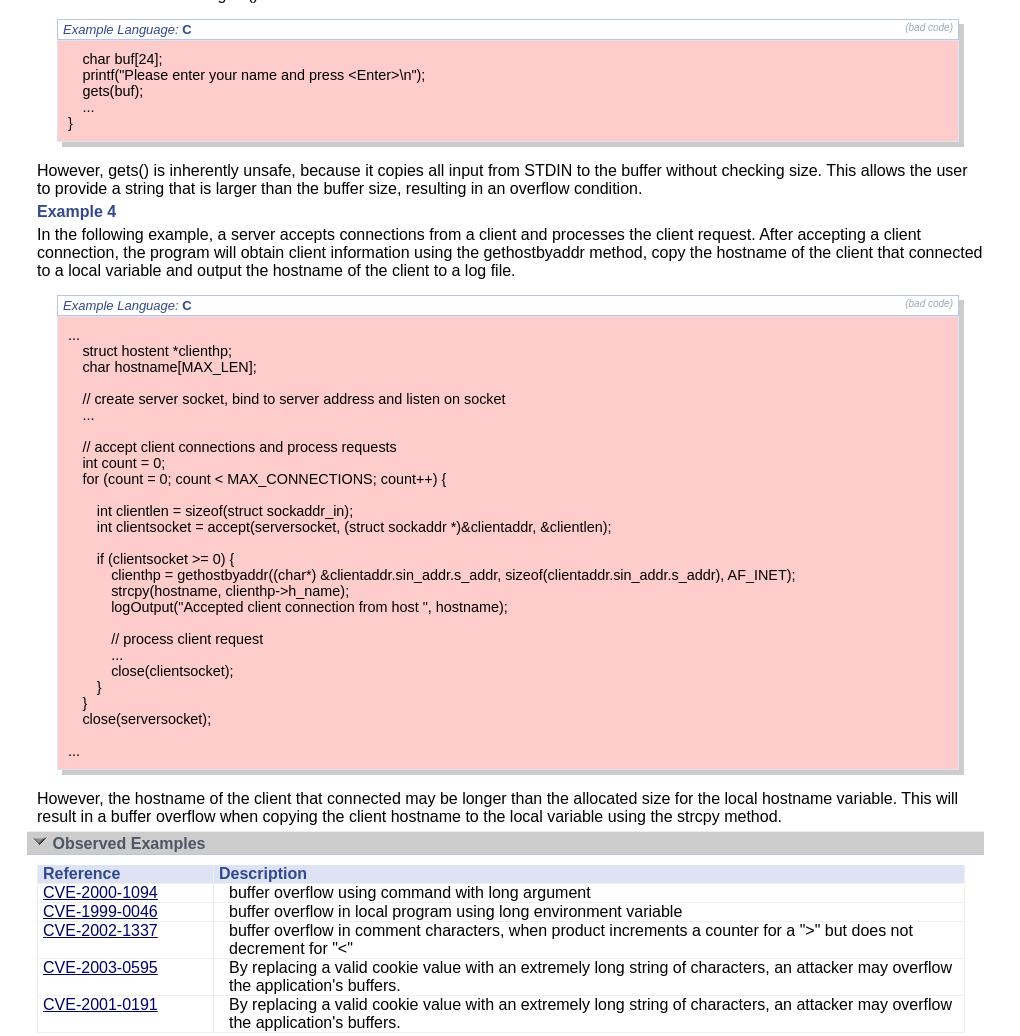 The width and height of the screenshot is (1020, 1036). Describe the element at coordinates (98, 1004) in the screenshot. I see `'CVE-2001-0191'` at that location.